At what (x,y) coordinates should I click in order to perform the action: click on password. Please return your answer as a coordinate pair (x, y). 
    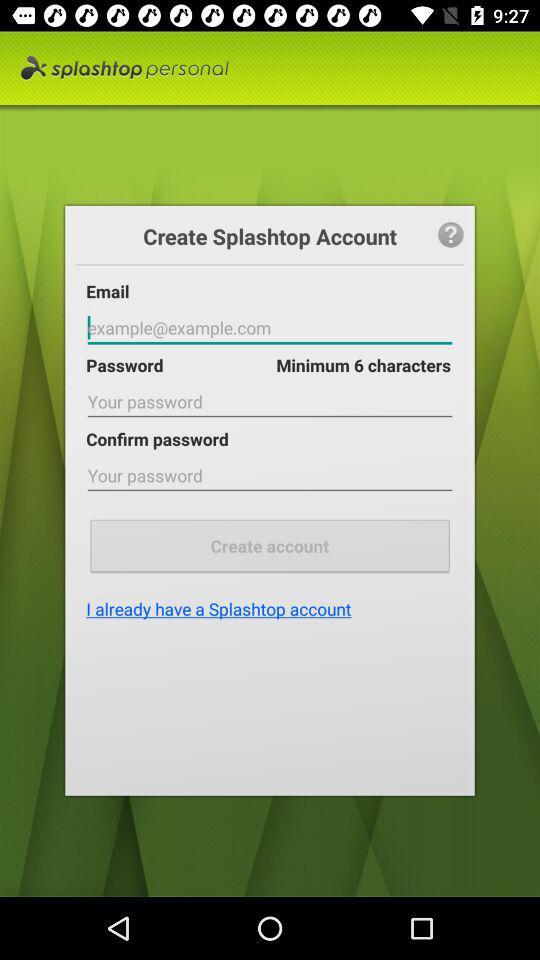
    Looking at the image, I should click on (270, 328).